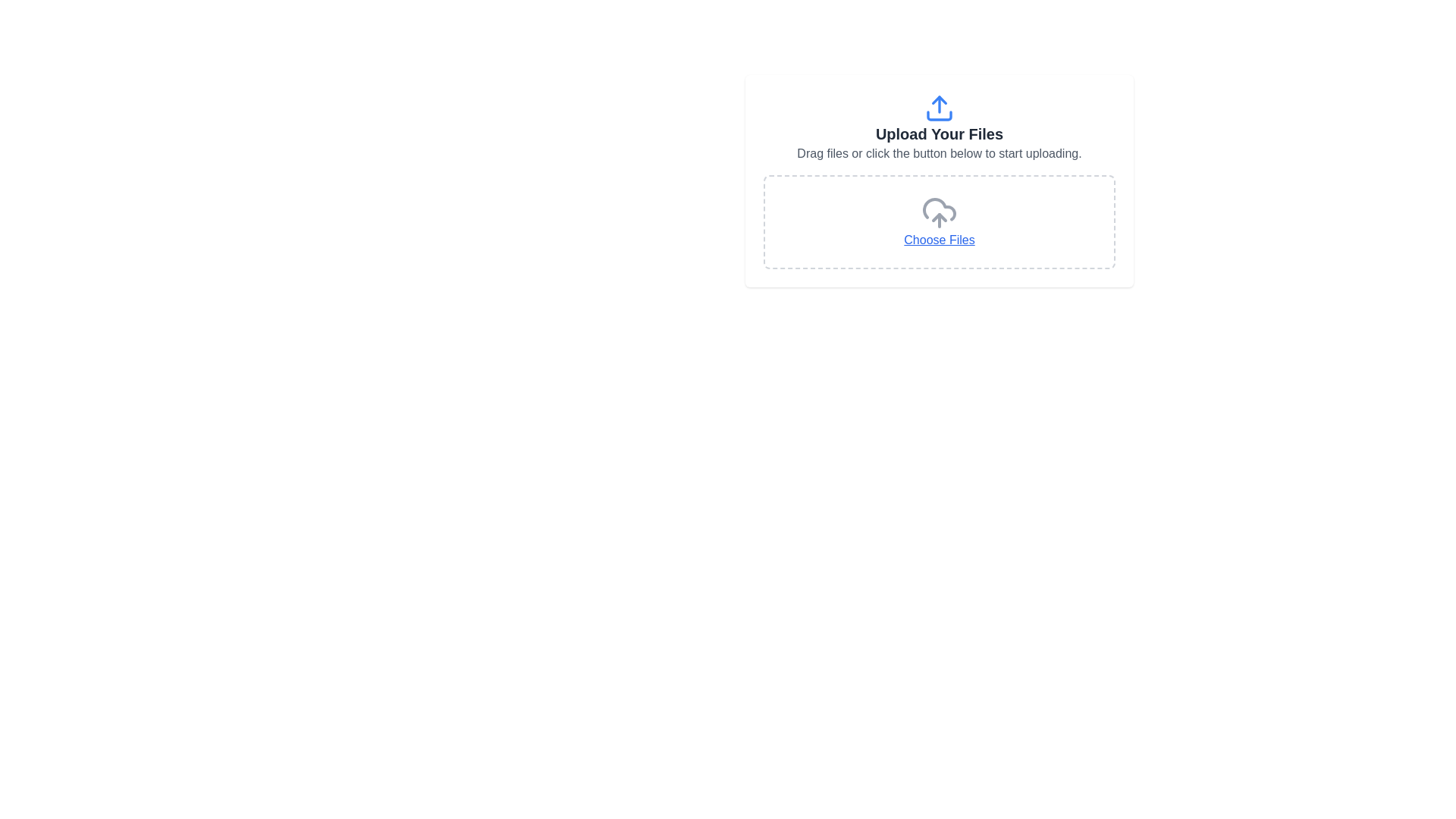 The image size is (1456, 819). What do you see at coordinates (938, 213) in the screenshot?
I see `the gray-colored cloud icon with an upward-facing arrow, indicating file upload functionality, located above the blue underlined text 'Choose Files'` at bounding box center [938, 213].